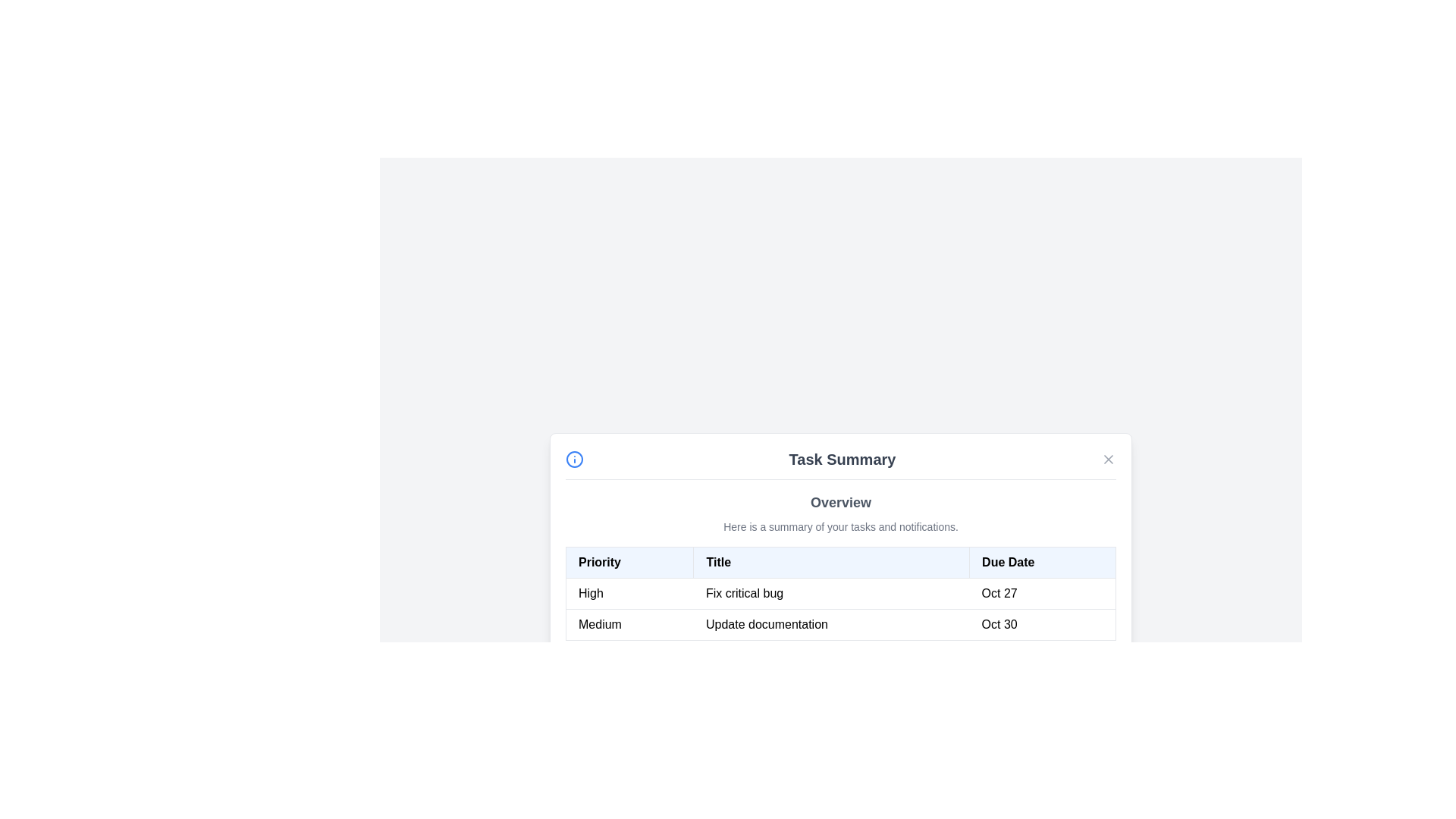  What do you see at coordinates (1109, 458) in the screenshot?
I see `the Close button icon located in the top-right corner of the modal dialog` at bounding box center [1109, 458].